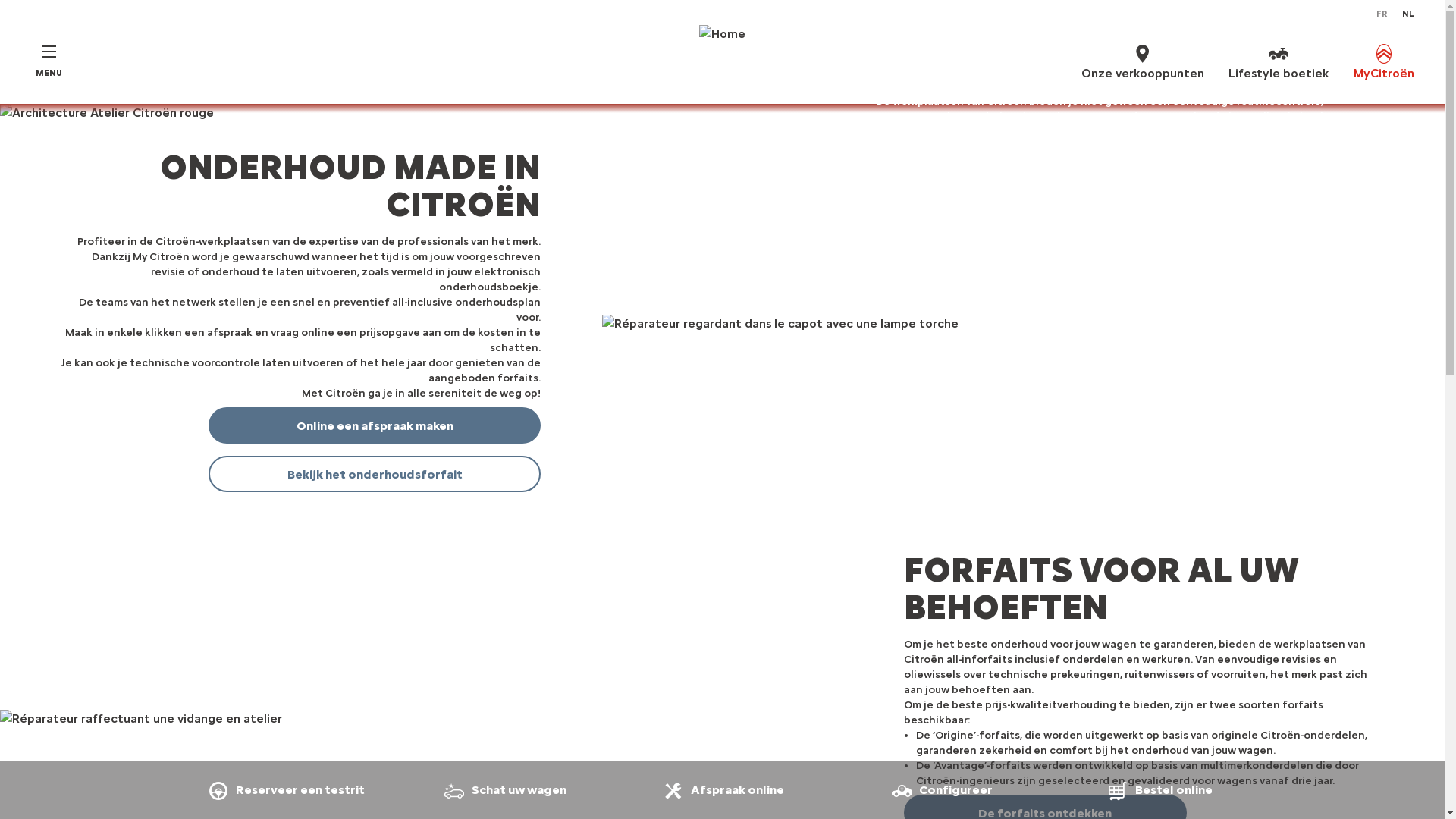 The width and height of the screenshot is (1456, 819). I want to click on 'FR', so click(1382, 14).